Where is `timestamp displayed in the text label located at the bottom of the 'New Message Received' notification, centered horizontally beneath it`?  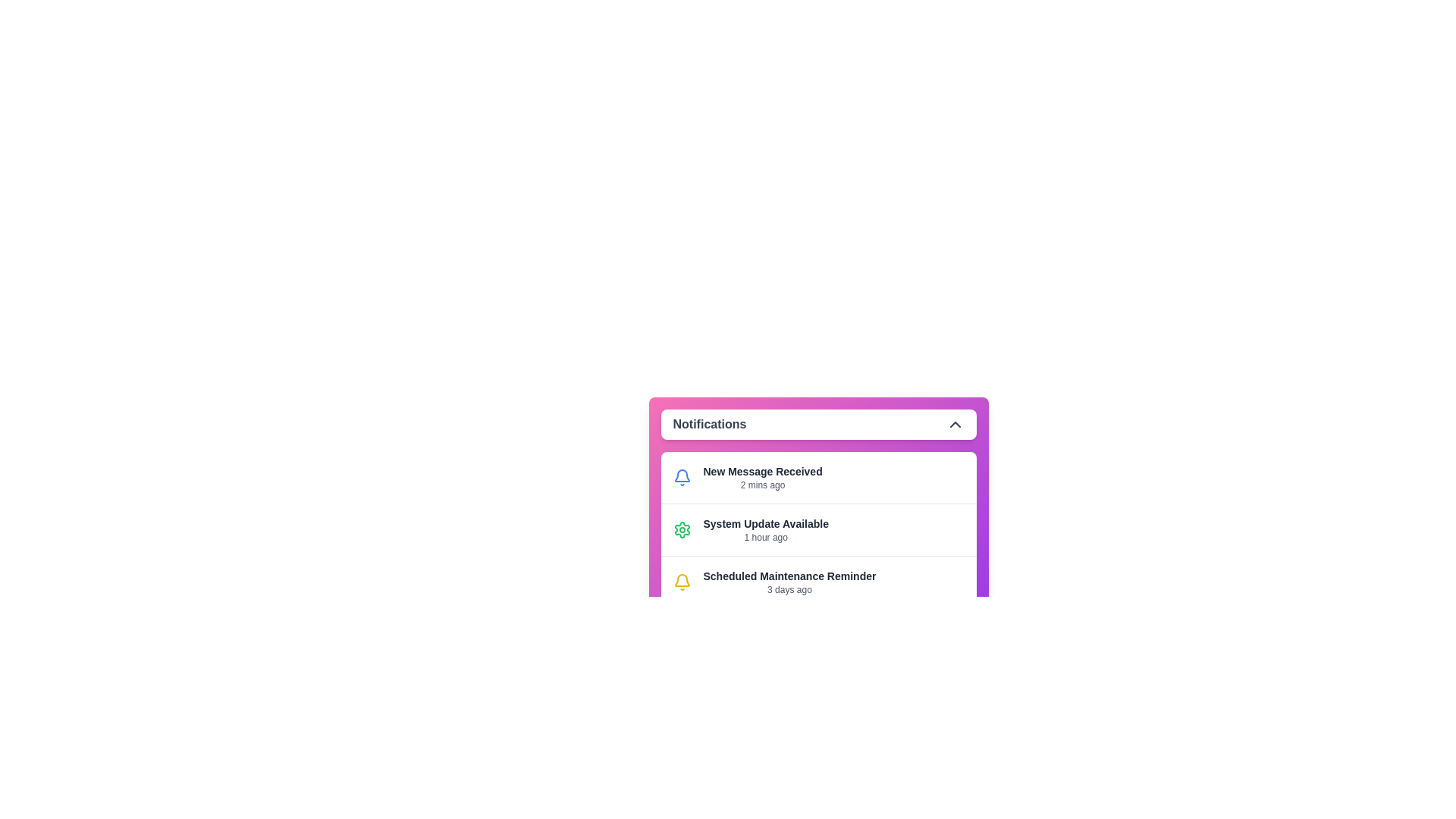
timestamp displayed in the text label located at the bottom of the 'New Message Received' notification, centered horizontally beneath it is located at coordinates (763, 485).